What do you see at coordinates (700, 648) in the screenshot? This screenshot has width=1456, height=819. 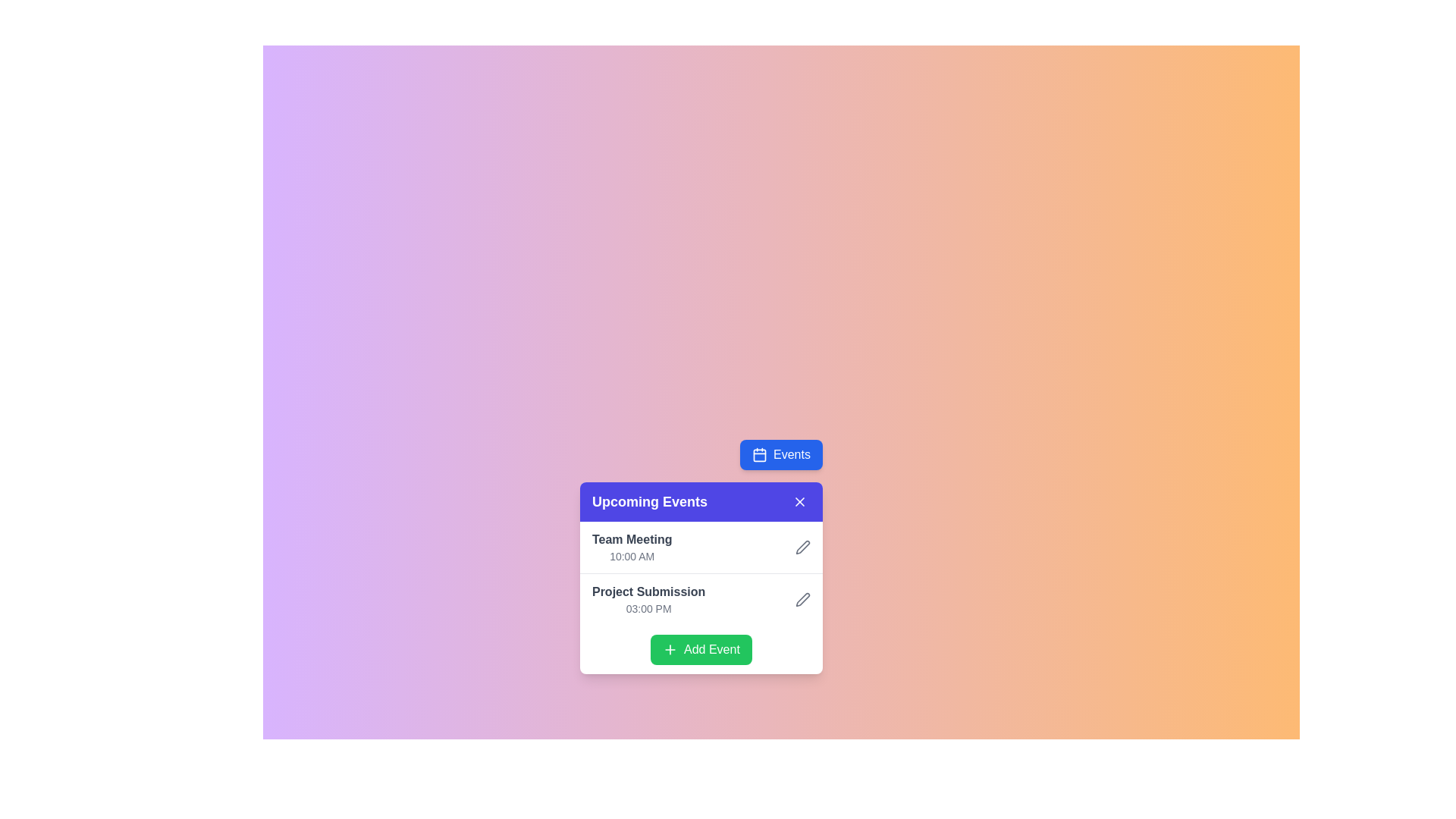 I see `the 'Add Event' button located at the bottom of the 'Upcoming Events' panel` at bounding box center [700, 648].